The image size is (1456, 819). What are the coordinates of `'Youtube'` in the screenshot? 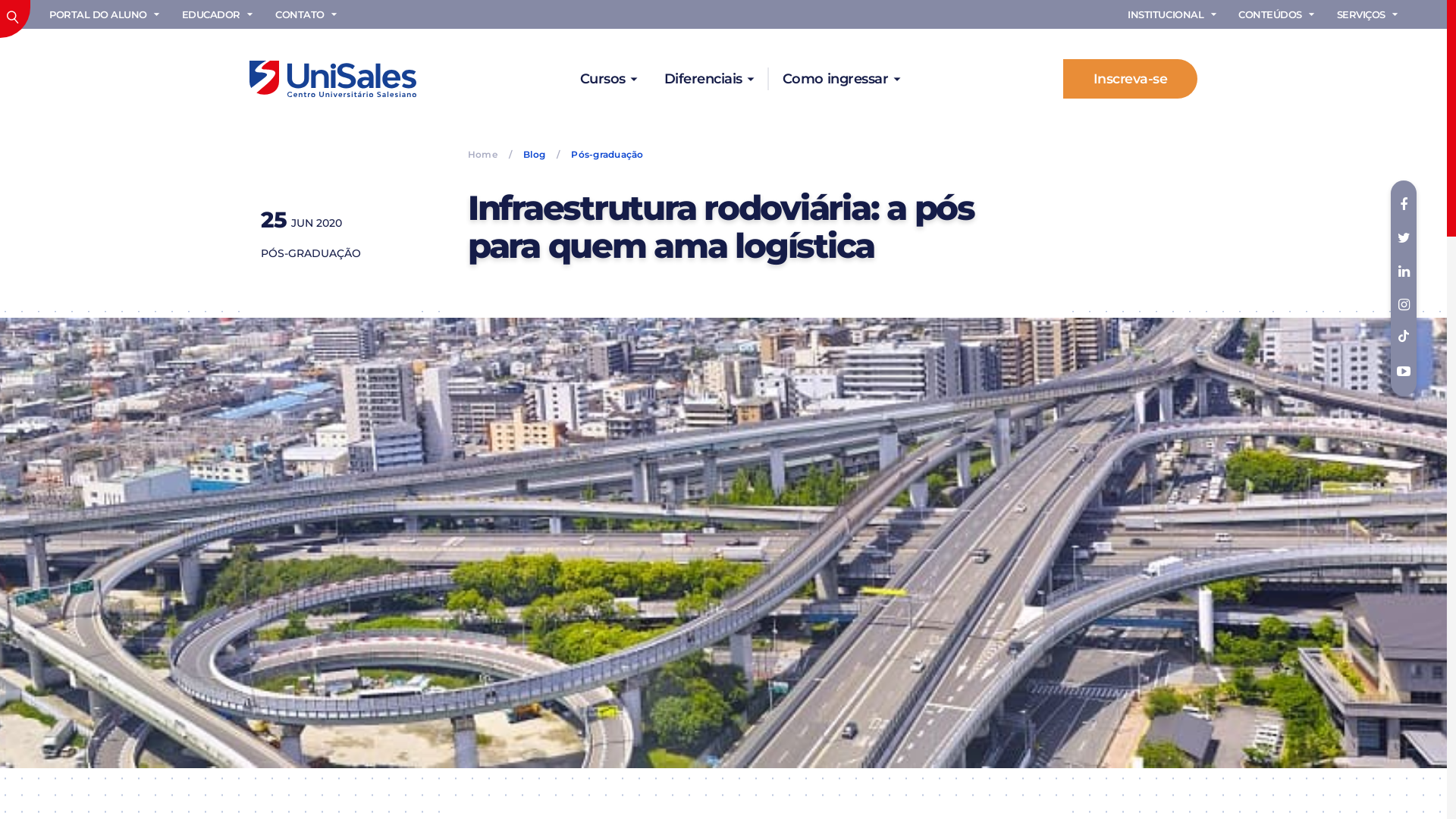 It's located at (1390, 371).